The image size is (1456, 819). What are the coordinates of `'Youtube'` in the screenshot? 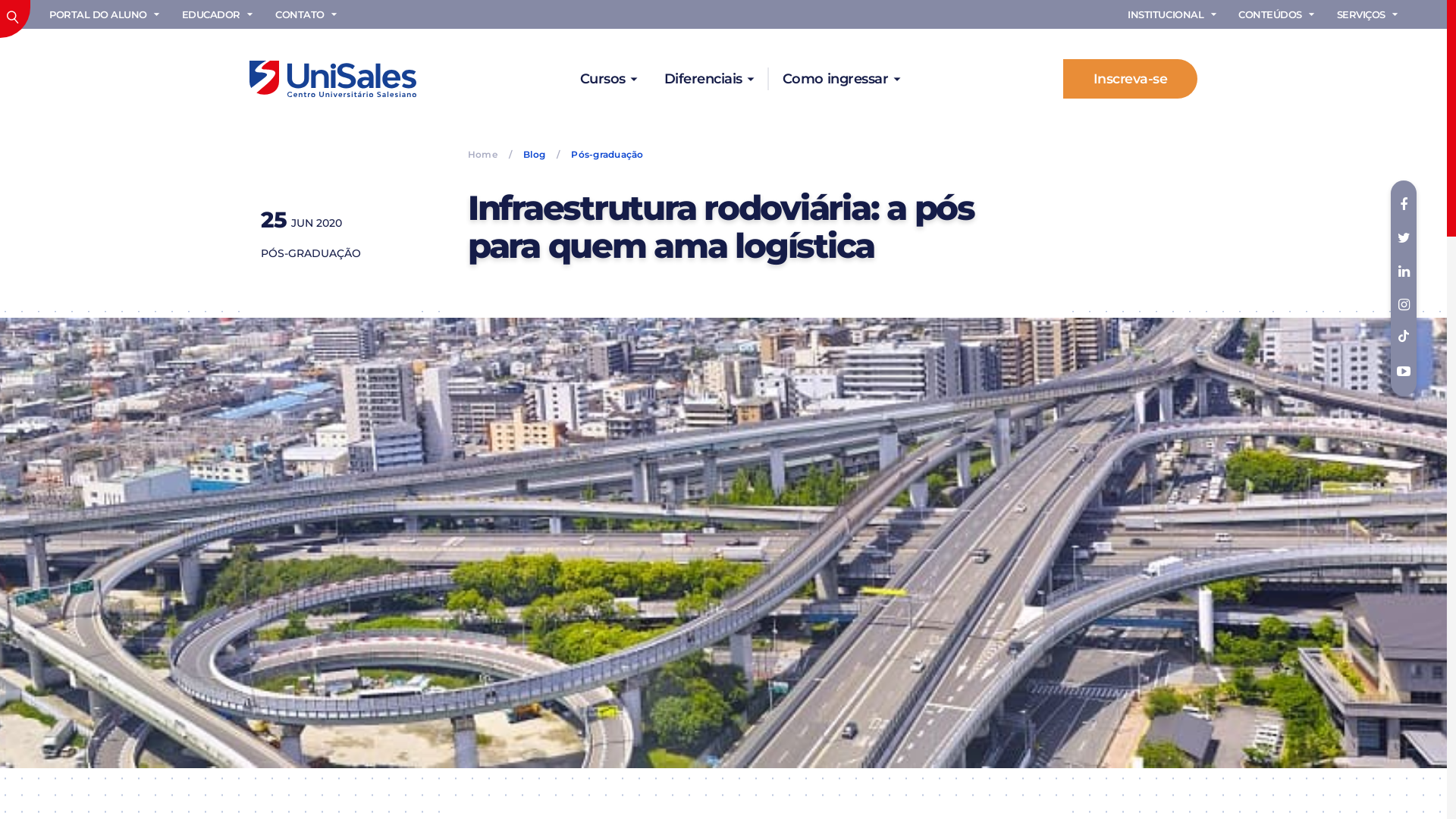 It's located at (1390, 371).